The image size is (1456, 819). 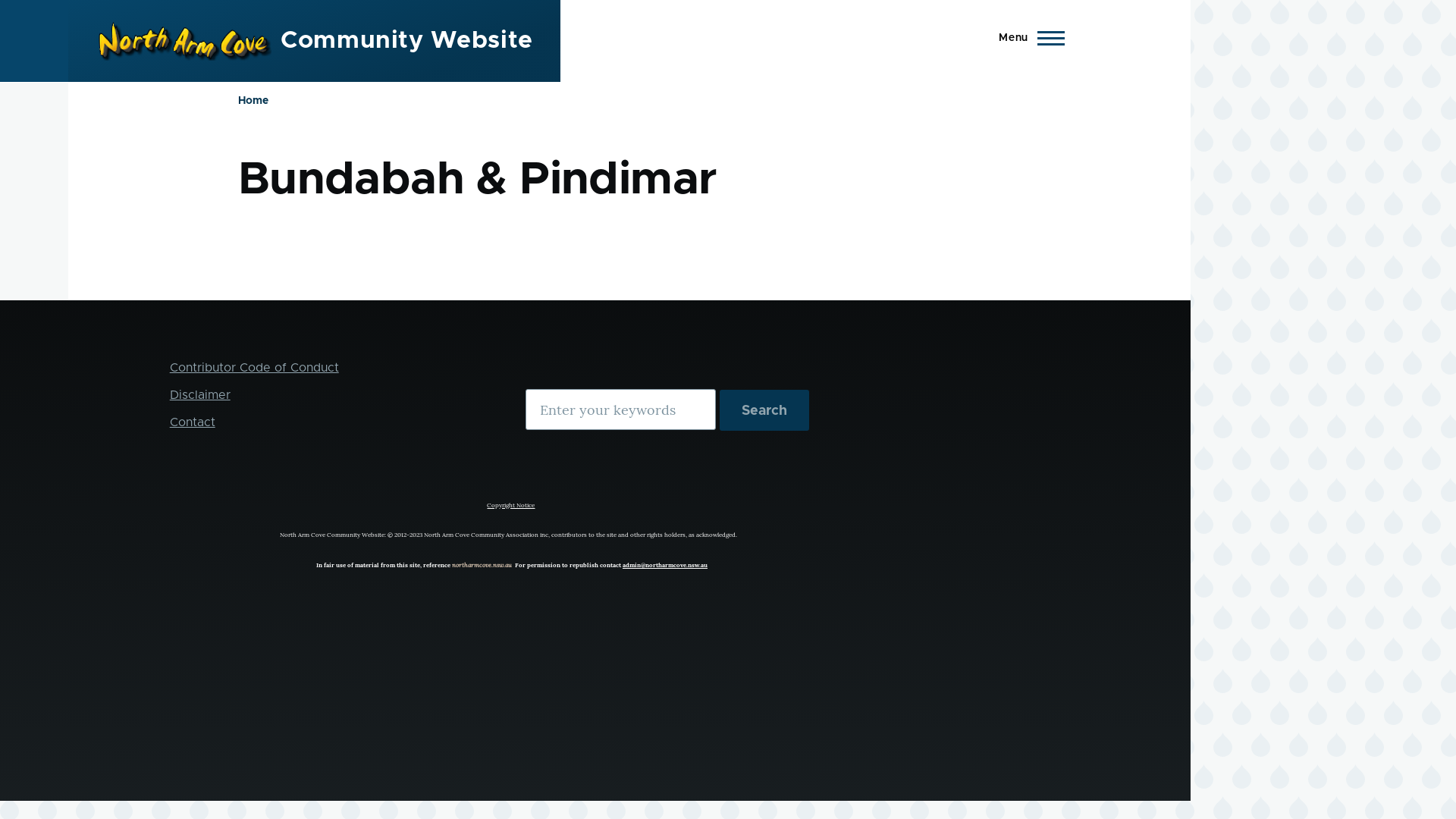 What do you see at coordinates (764, 409) in the screenshot?
I see `'Search'` at bounding box center [764, 409].